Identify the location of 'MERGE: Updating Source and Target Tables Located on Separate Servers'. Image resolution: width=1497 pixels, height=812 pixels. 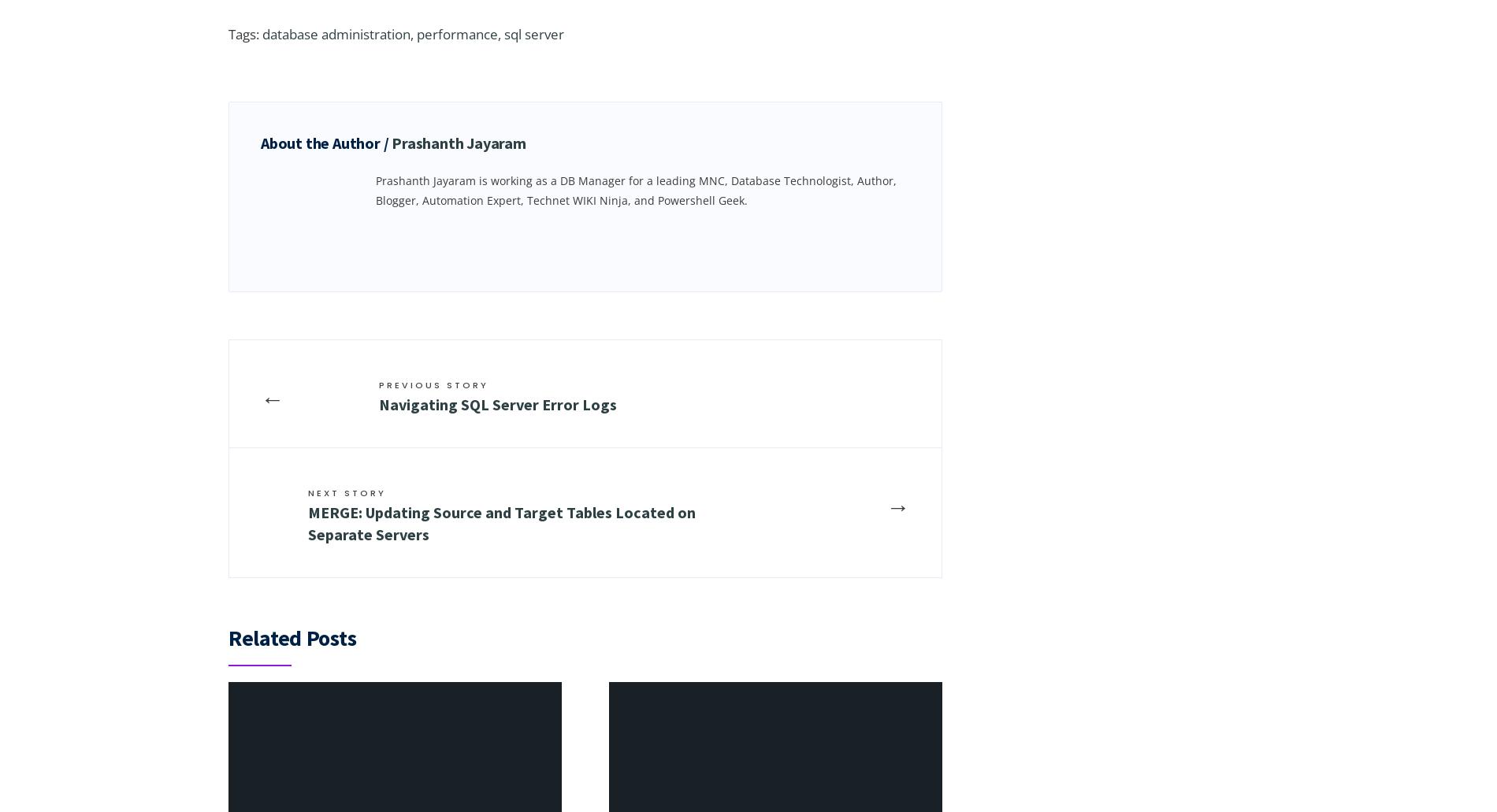
(502, 522).